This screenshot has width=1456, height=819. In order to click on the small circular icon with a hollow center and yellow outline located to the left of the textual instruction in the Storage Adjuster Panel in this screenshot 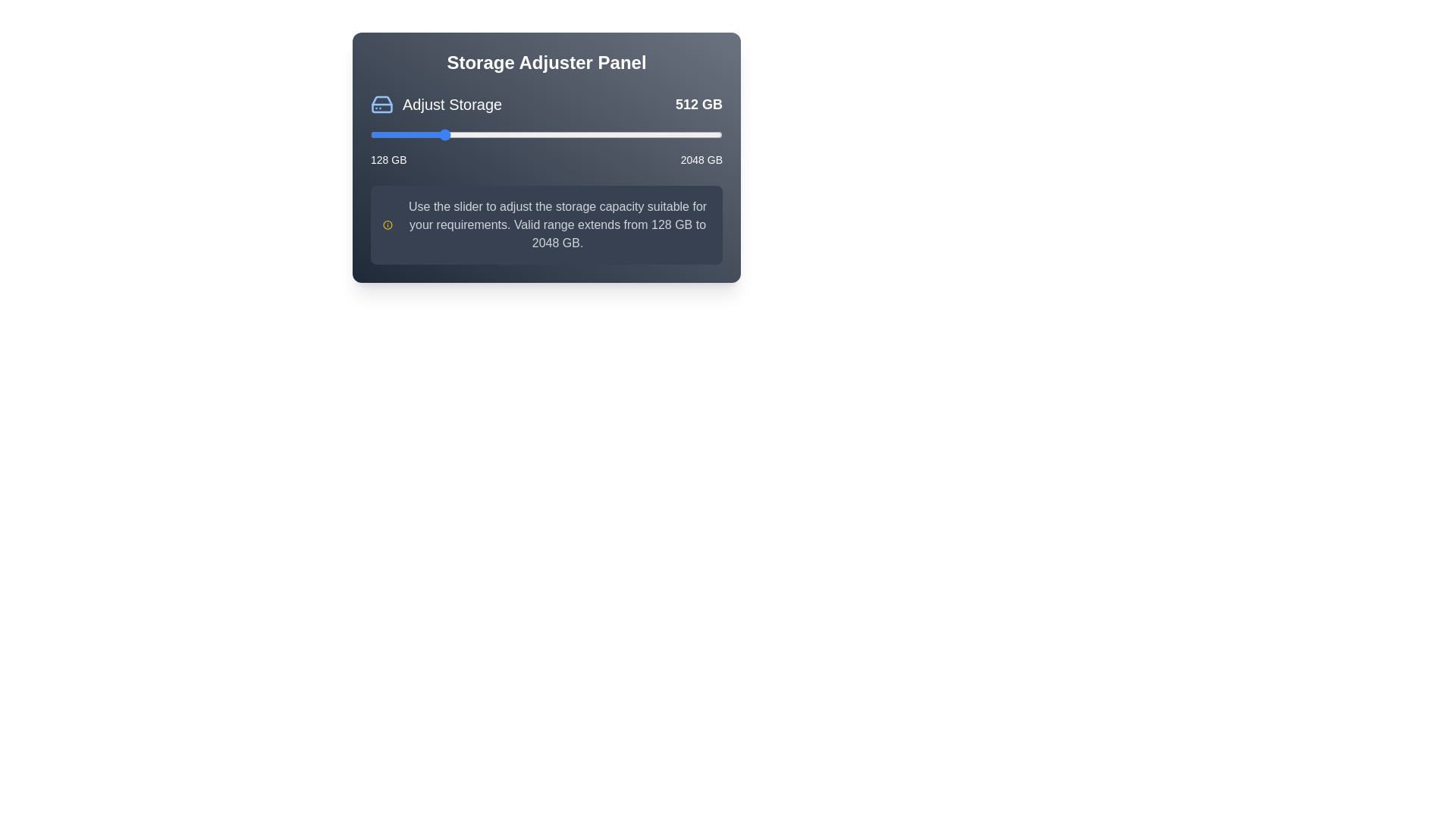, I will do `click(388, 225)`.